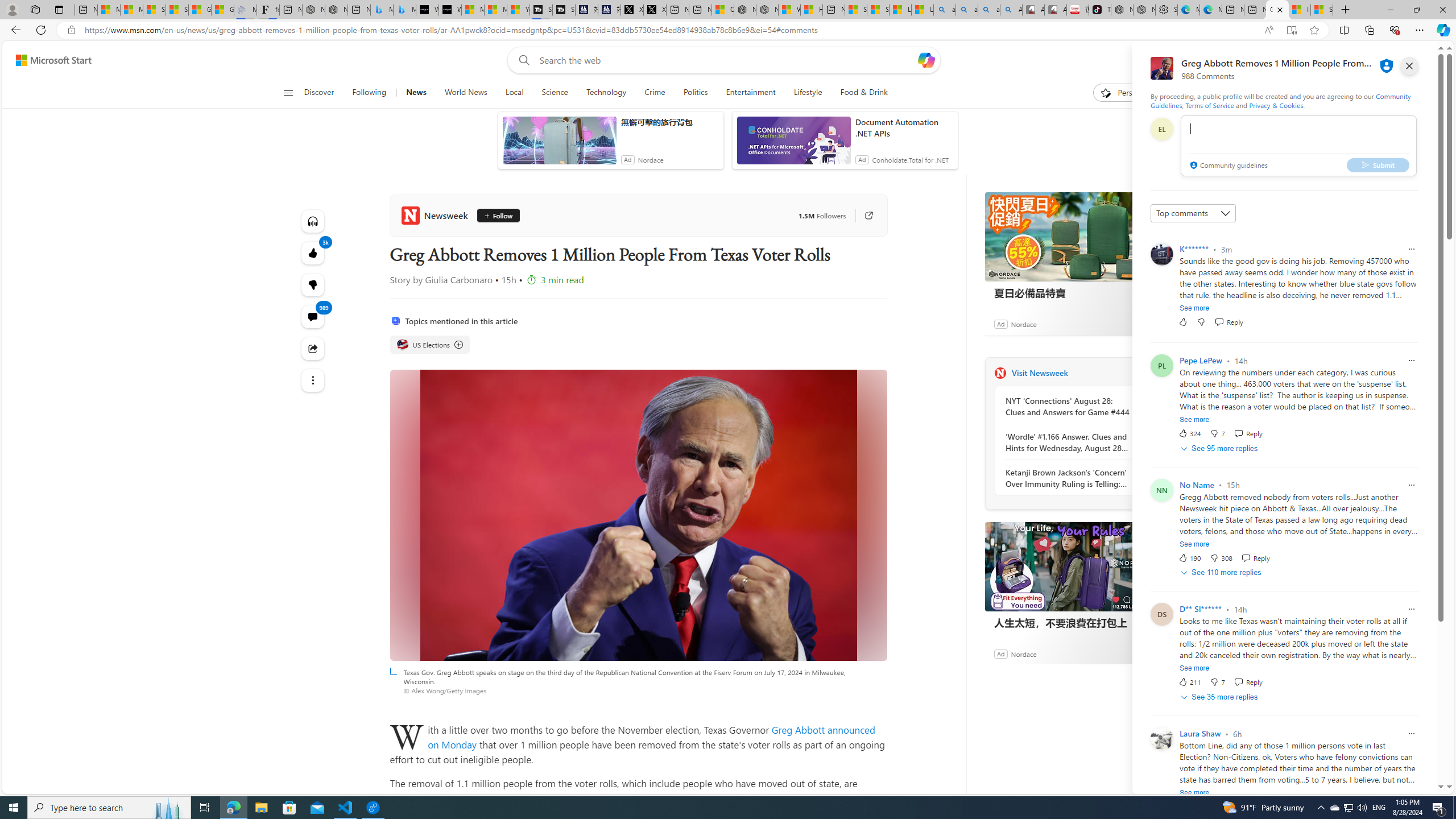 This screenshot has height=819, width=1456. Describe the element at coordinates (494, 216) in the screenshot. I see `'Follow'` at that location.